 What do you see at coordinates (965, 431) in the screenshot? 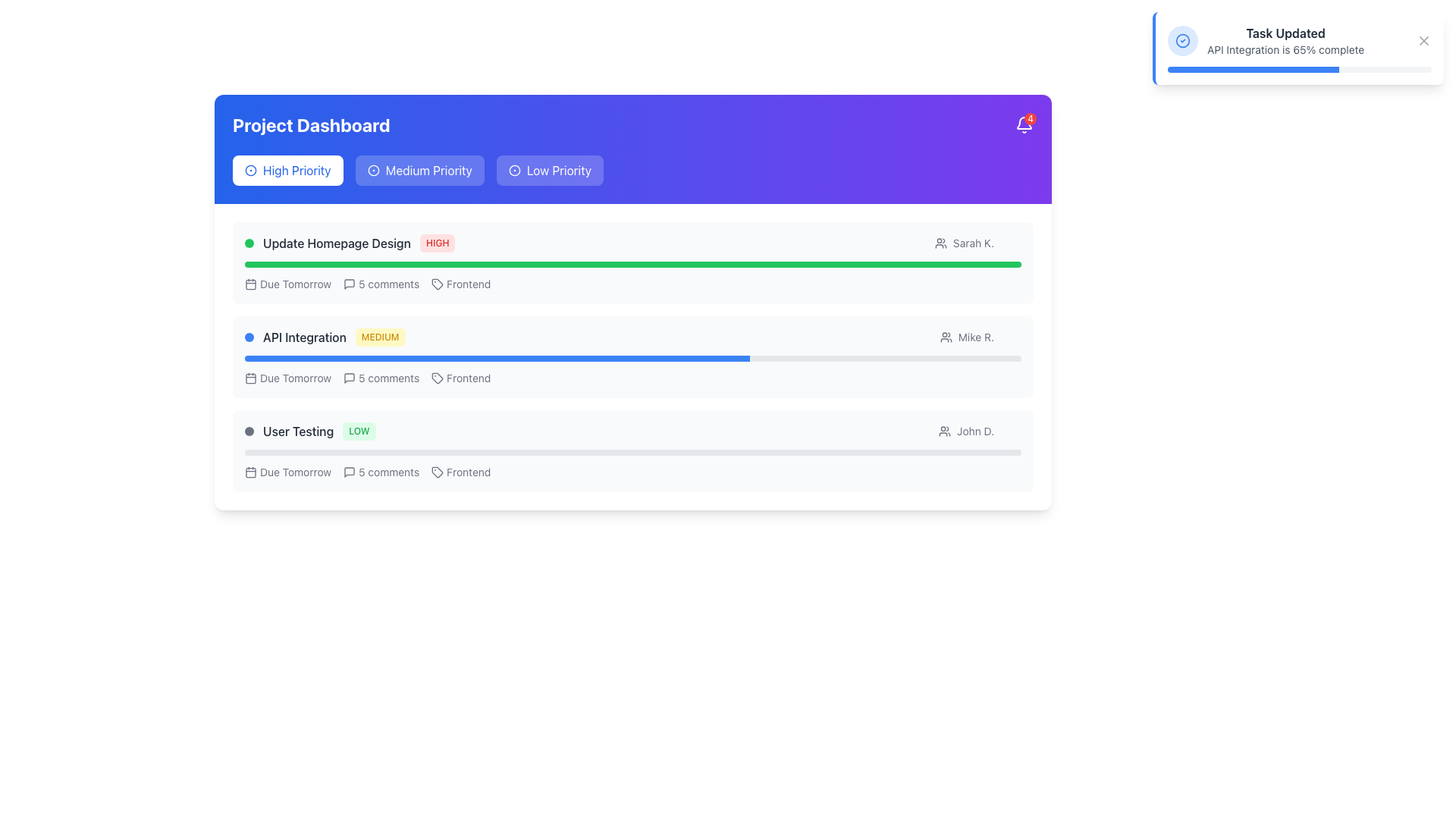
I see `the label displaying 'John D.' with an associated user icon, located in the lower part of a user card under 'User Testing'` at bounding box center [965, 431].